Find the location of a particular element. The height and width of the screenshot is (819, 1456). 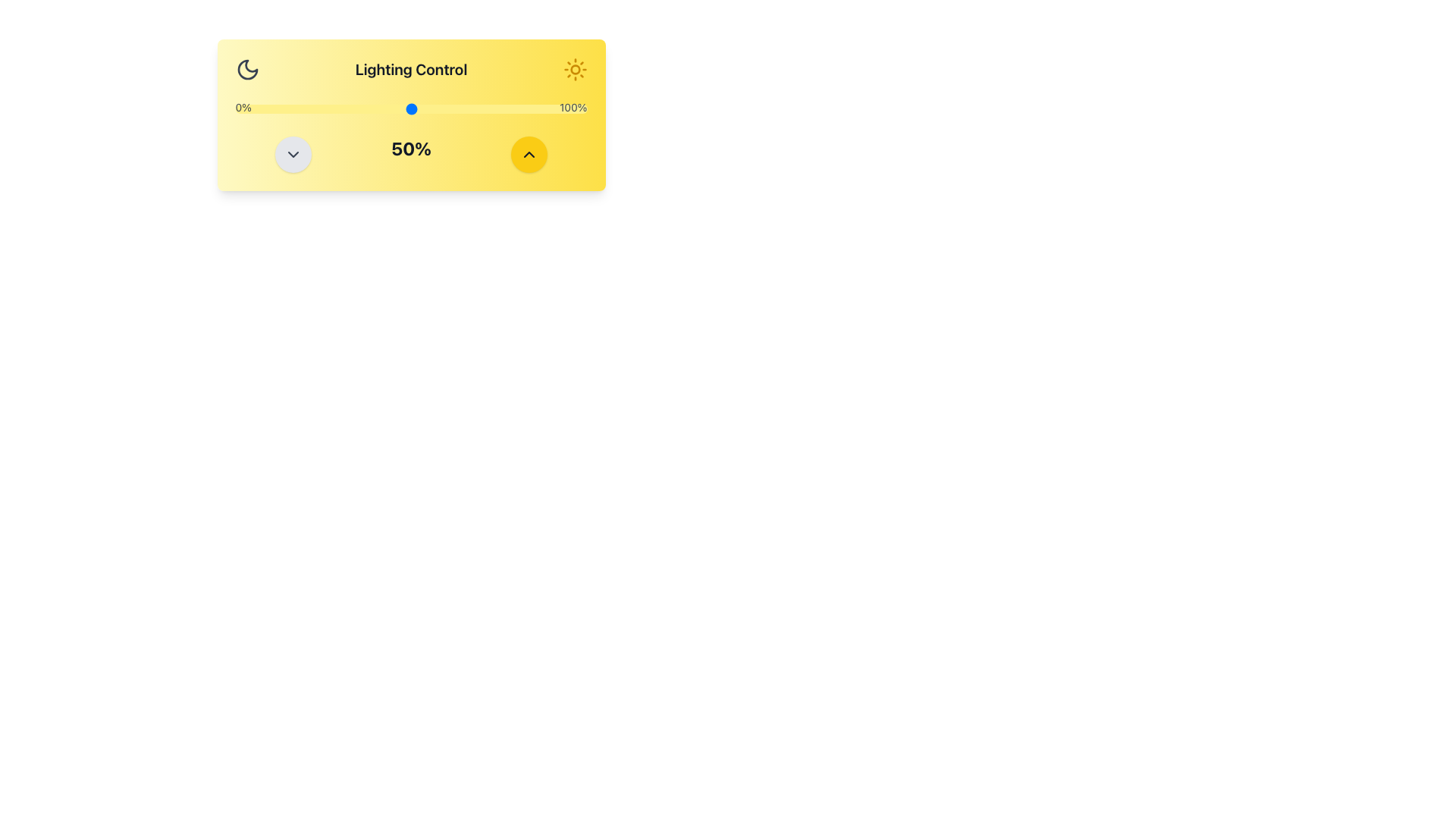

the lighting intensity is located at coordinates (453, 108).